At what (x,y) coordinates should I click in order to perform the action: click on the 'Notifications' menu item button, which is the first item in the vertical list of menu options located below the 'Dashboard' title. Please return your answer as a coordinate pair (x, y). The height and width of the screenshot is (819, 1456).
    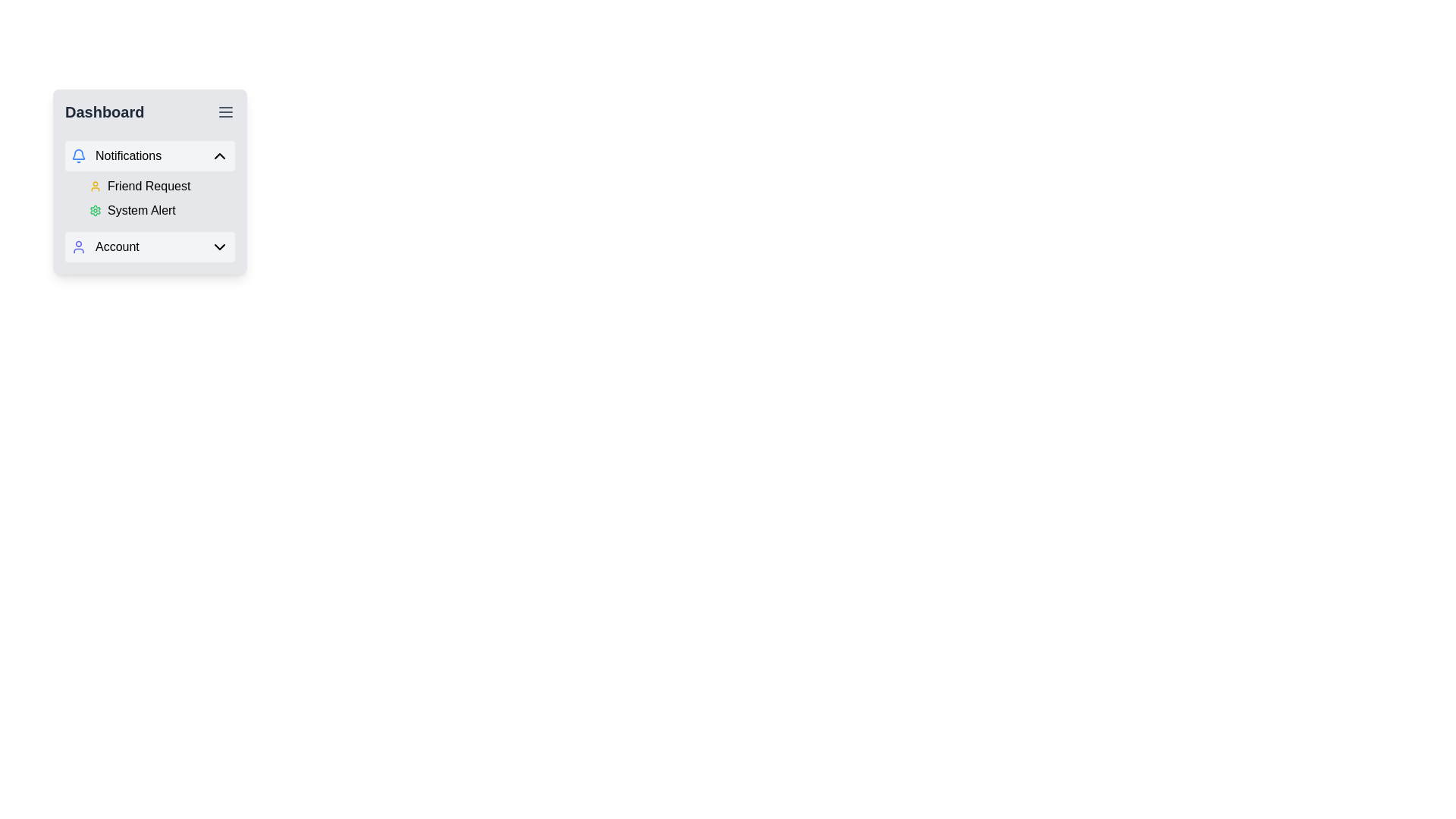
    Looking at the image, I should click on (149, 155).